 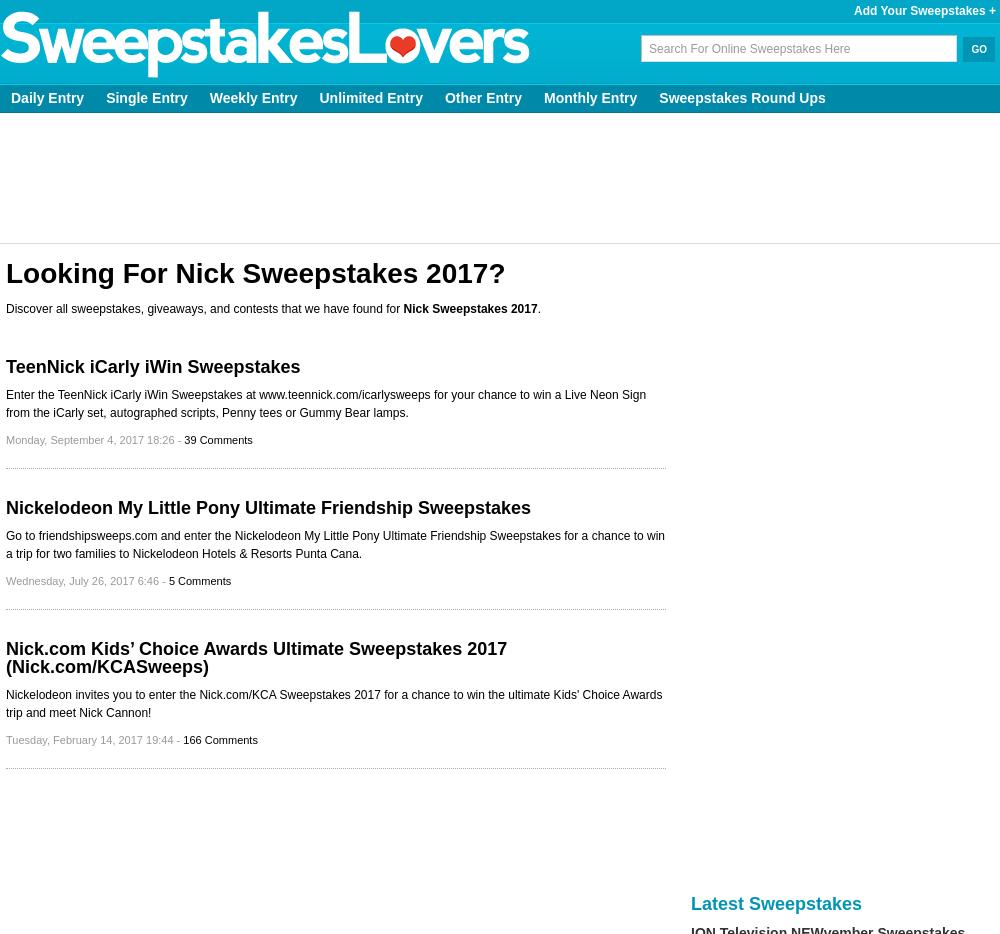 What do you see at coordinates (256, 657) in the screenshot?
I see `'Nick.com Kids’ Choice Awards Ultimate Sweepstakes 2017 (Nick.com/KCASweeps)'` at bounding box center [256, 657].